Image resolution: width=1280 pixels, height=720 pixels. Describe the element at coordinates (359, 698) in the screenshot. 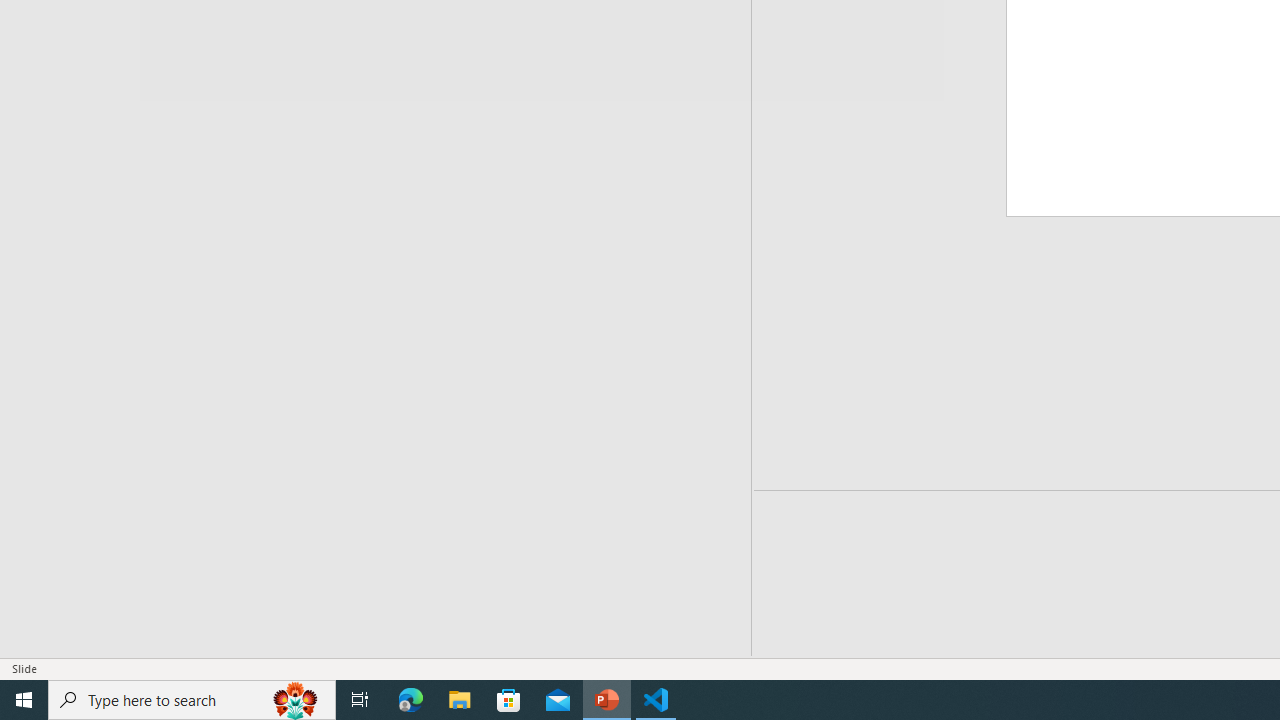

I see `'Task View'` at that location.